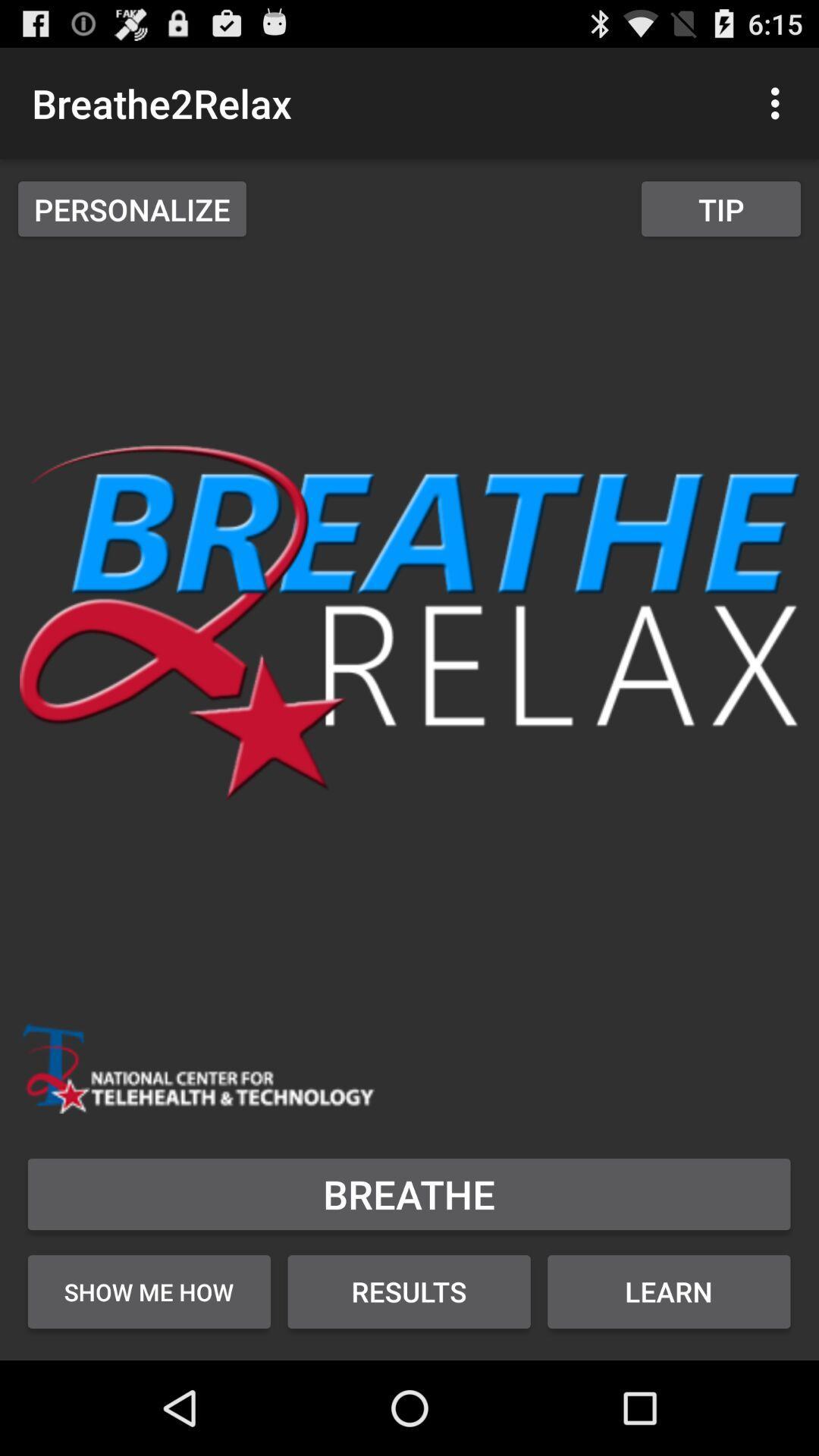  Describe the element at coordinates (668, 1291) in the screenshot. I see `the button below the breathe` at that location.